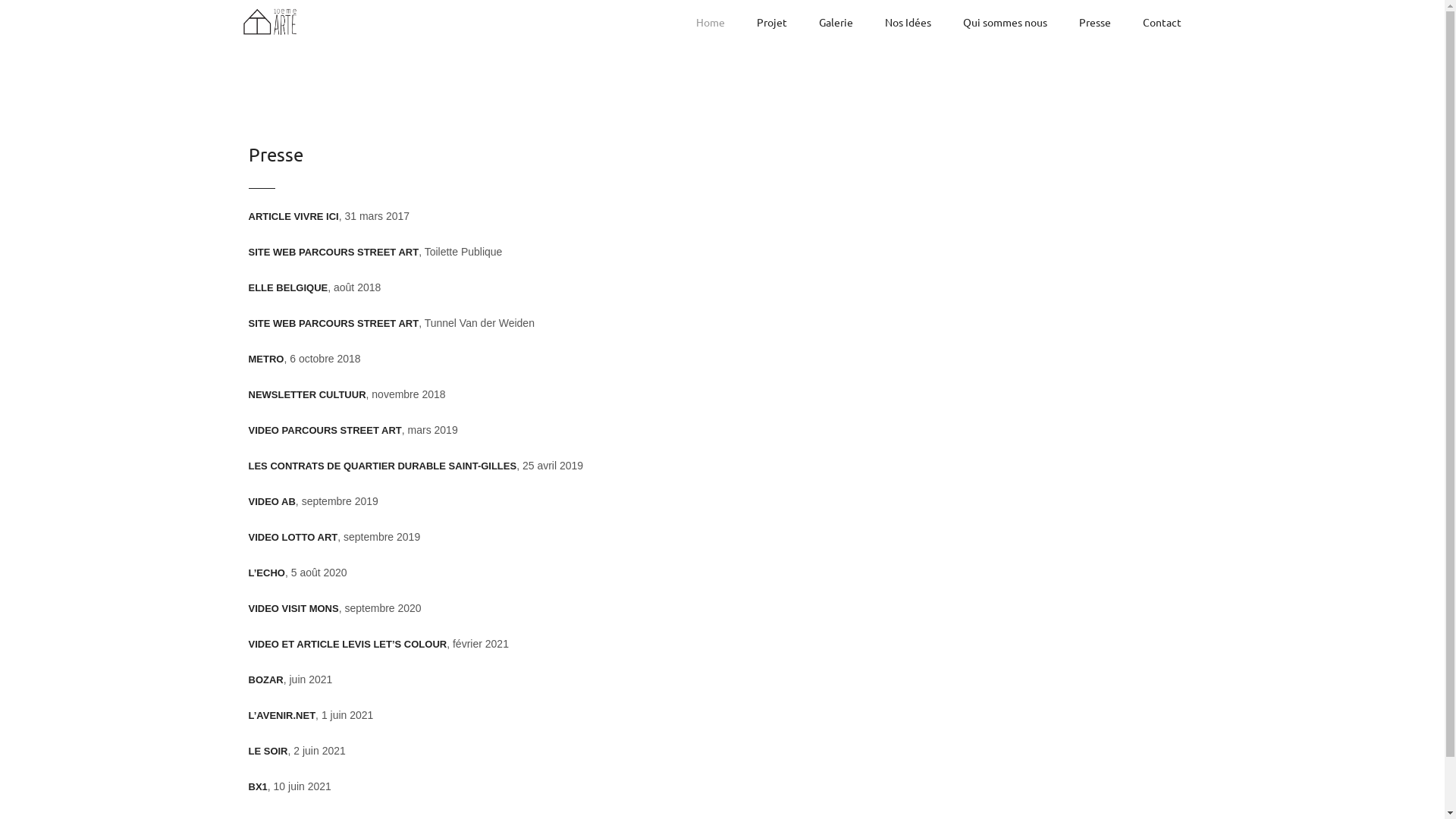  I want to click on 'VIDEO AB', so click(248, 501).